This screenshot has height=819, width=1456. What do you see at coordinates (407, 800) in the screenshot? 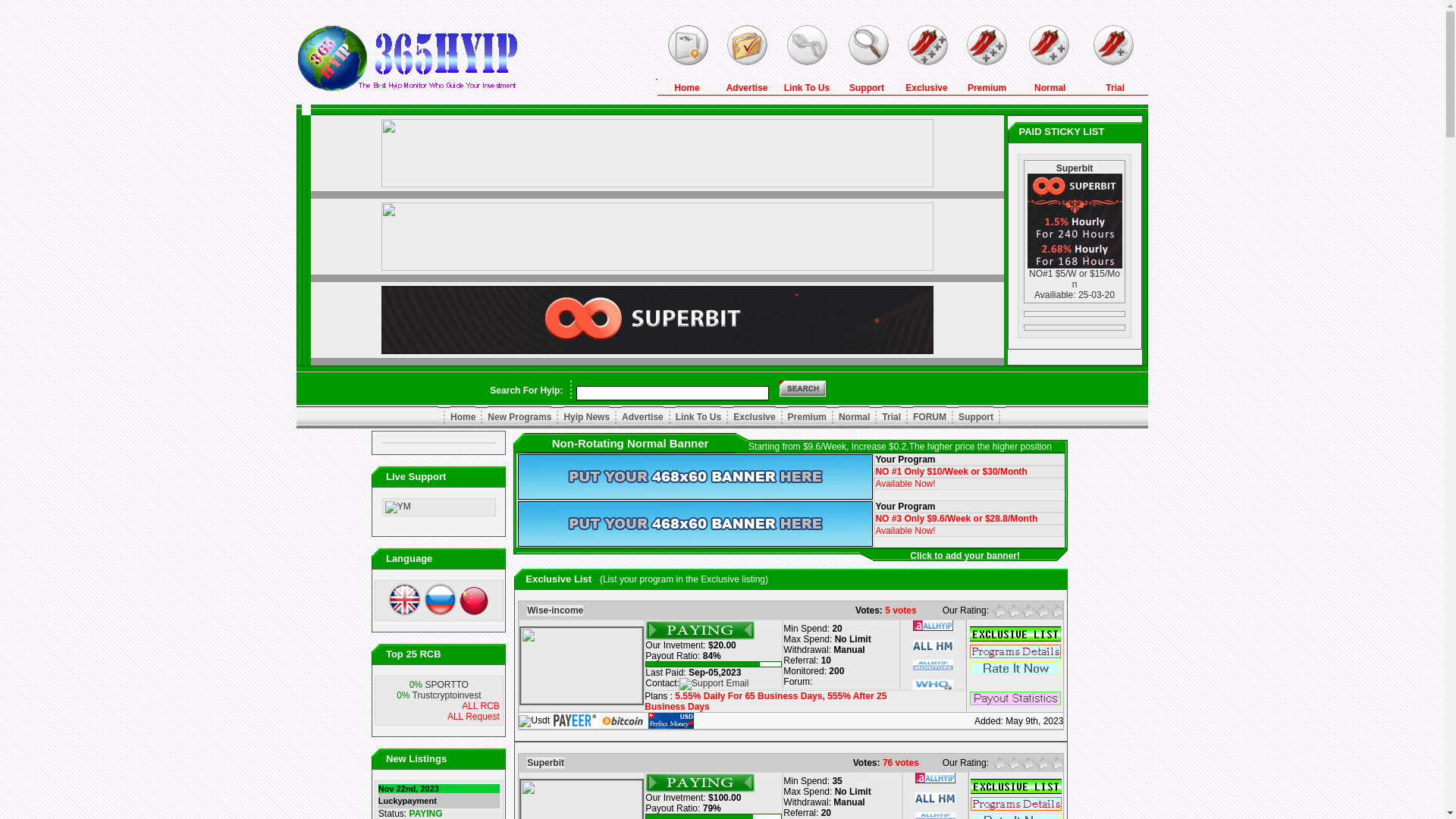
I see `'Luckypayment'` at bounding box center [407, 800].